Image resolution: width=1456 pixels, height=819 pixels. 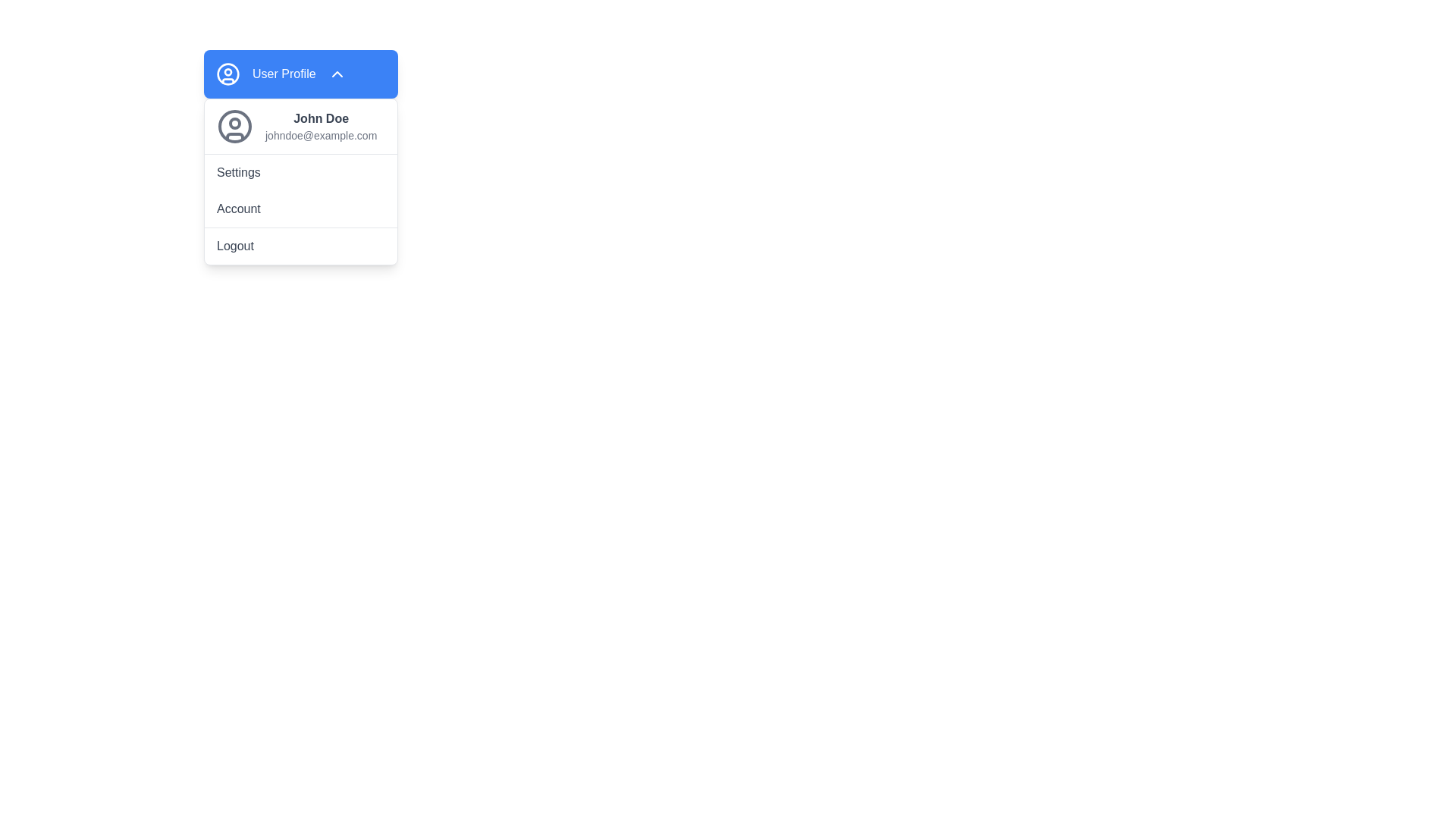 What do you see at coordinates (301, 74) in the screenshot?
I see `the 'User Profile' dropdown toggle button, which features a user icon and a downward-pointing chevron on a blue background` at bounding box center [301, 74].